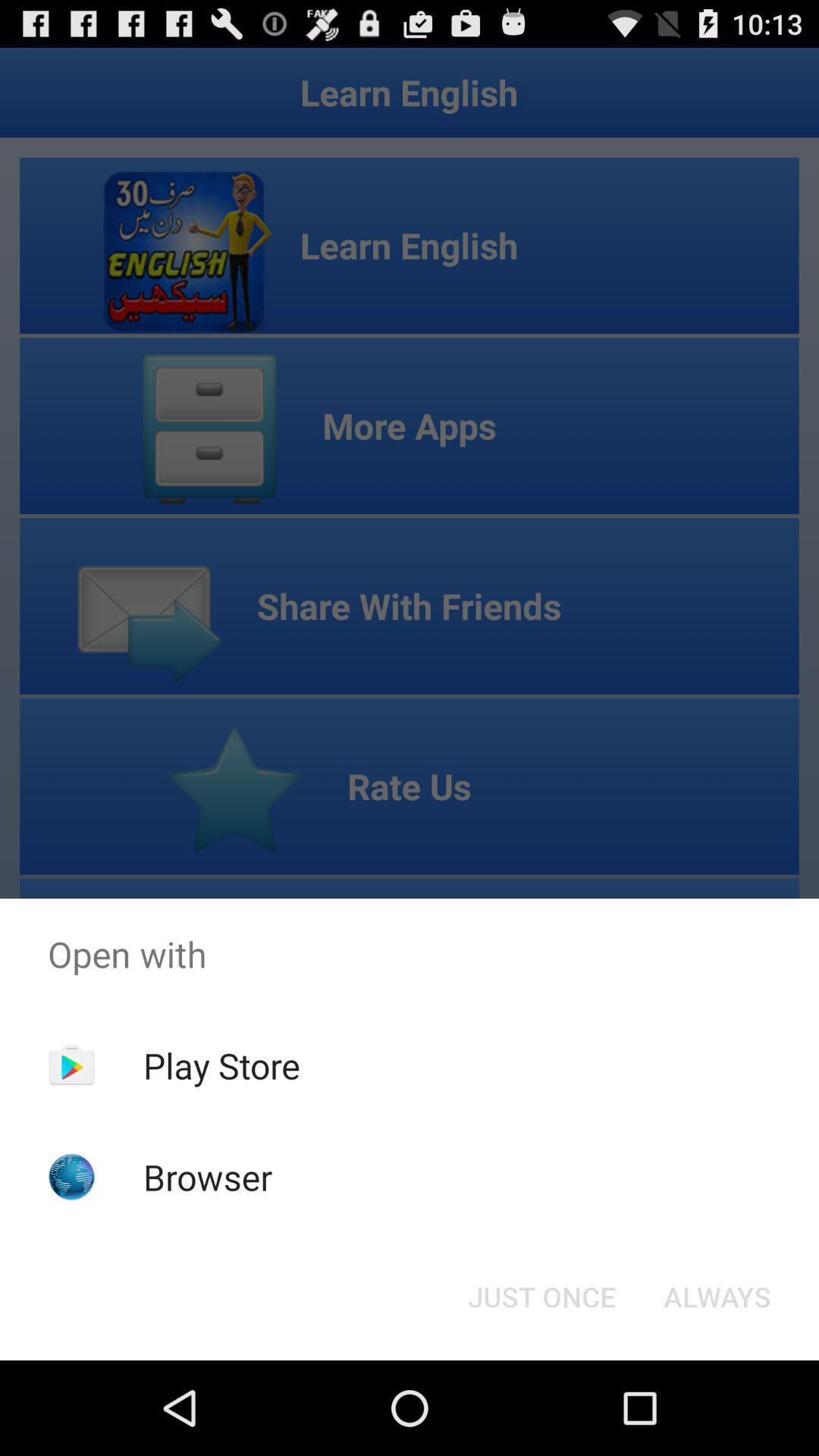  I want to click on item next to just once icon, so click(717, 1295).